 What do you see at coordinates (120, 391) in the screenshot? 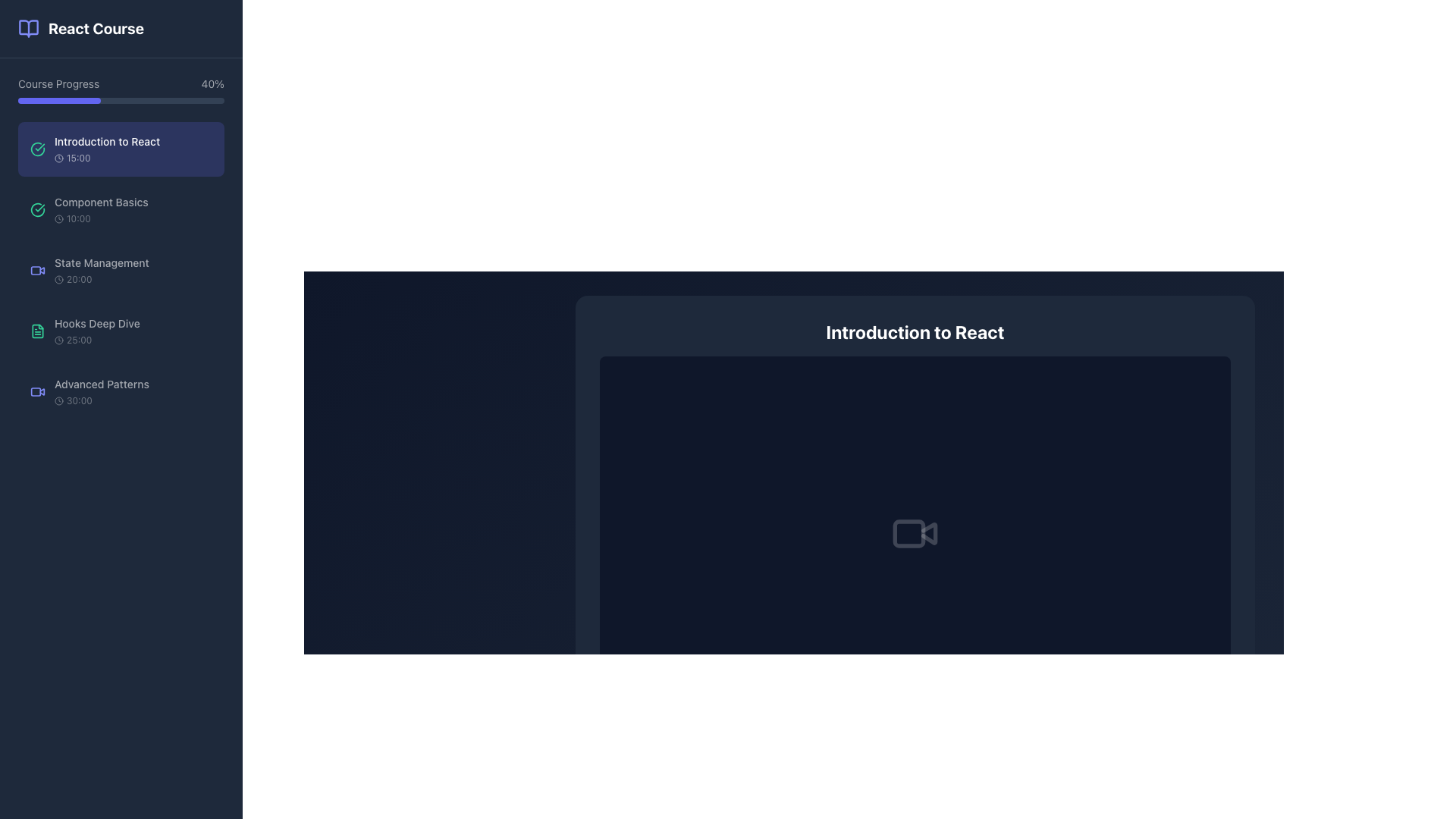
I see `the 'Advanced Patterns' course video list item button, which is the fifth item in a vertical list` at bounding box center [120, 391].